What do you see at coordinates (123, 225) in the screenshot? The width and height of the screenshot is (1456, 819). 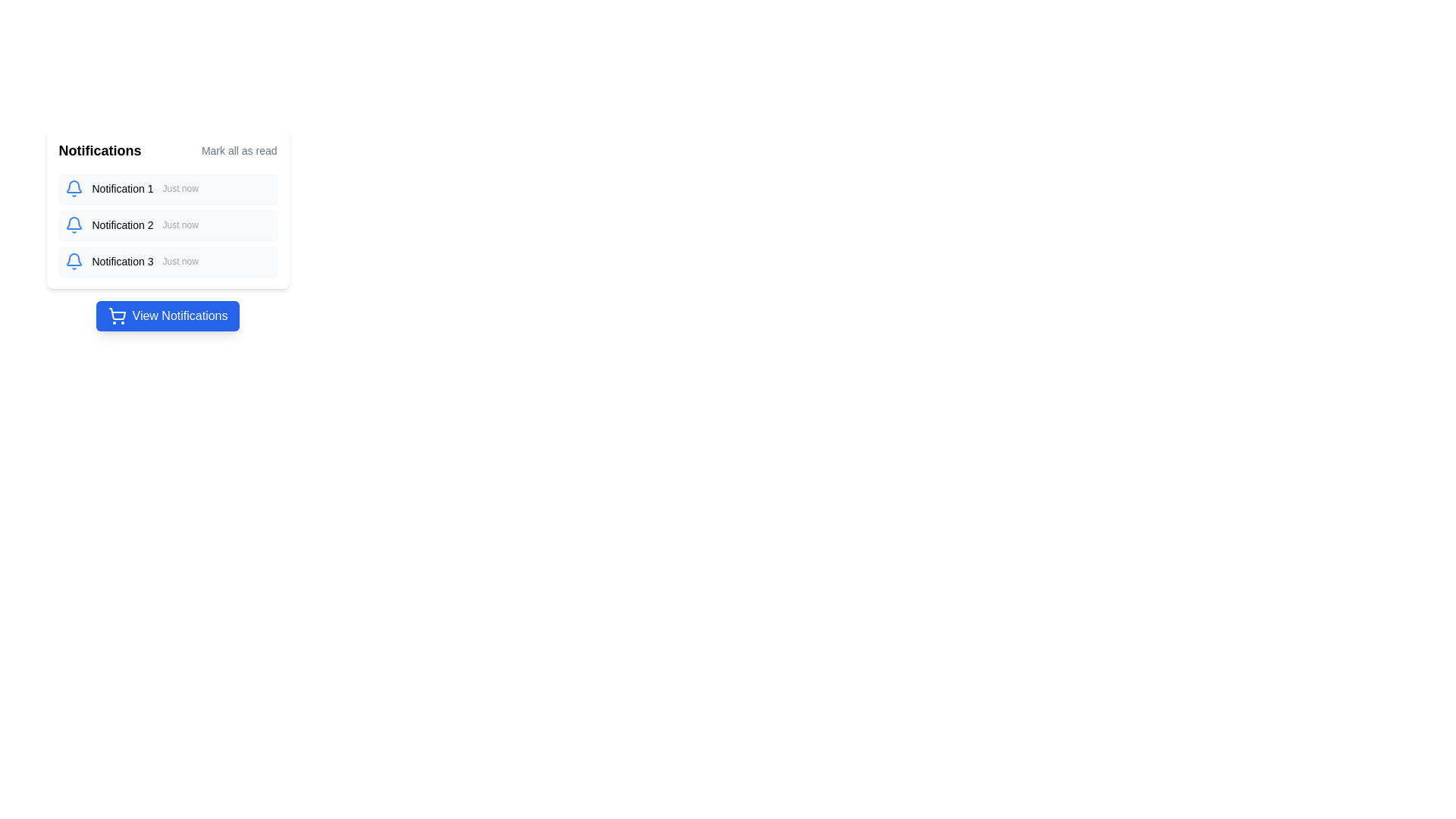 I see `the text label displaying 'Notification 2' in the second notification row, which is located between a bell icon and a 'Just now' timestamp` at bounding box center [123, 225].